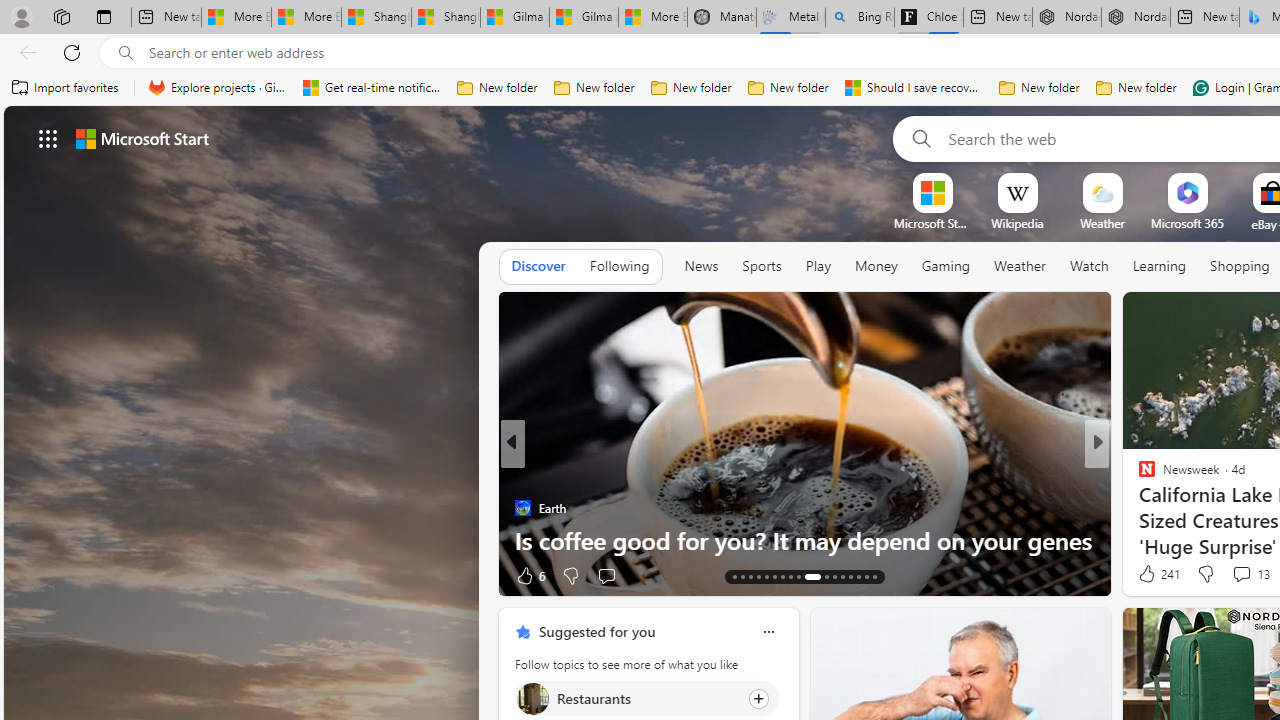  What do you see at coordinates (733, 577) in the screenshot?
I see `'AutomationID: tab-13'` at bounding box center [733, 577].